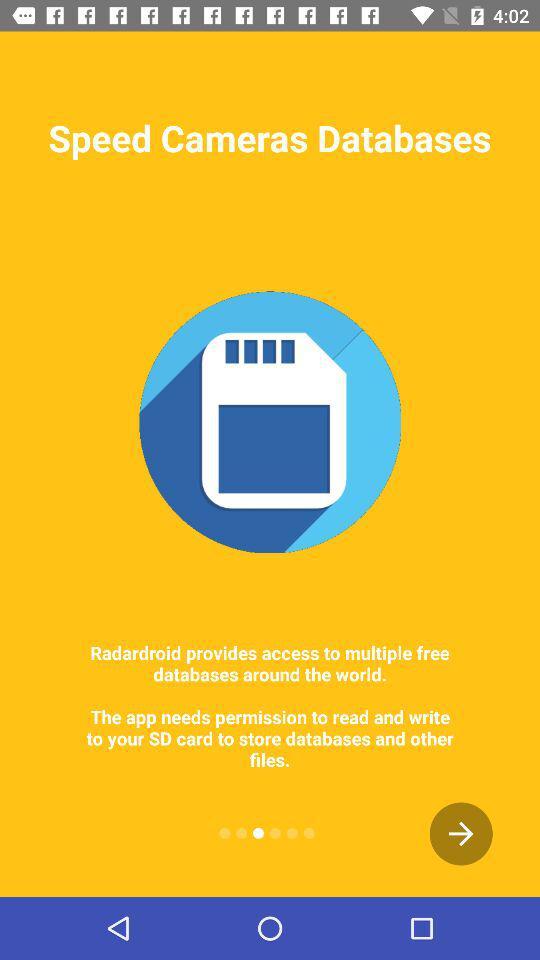  What do you see at coordinates (461, 833) in the screenshot?
I see `next screen` at bounding box center [461, 833].